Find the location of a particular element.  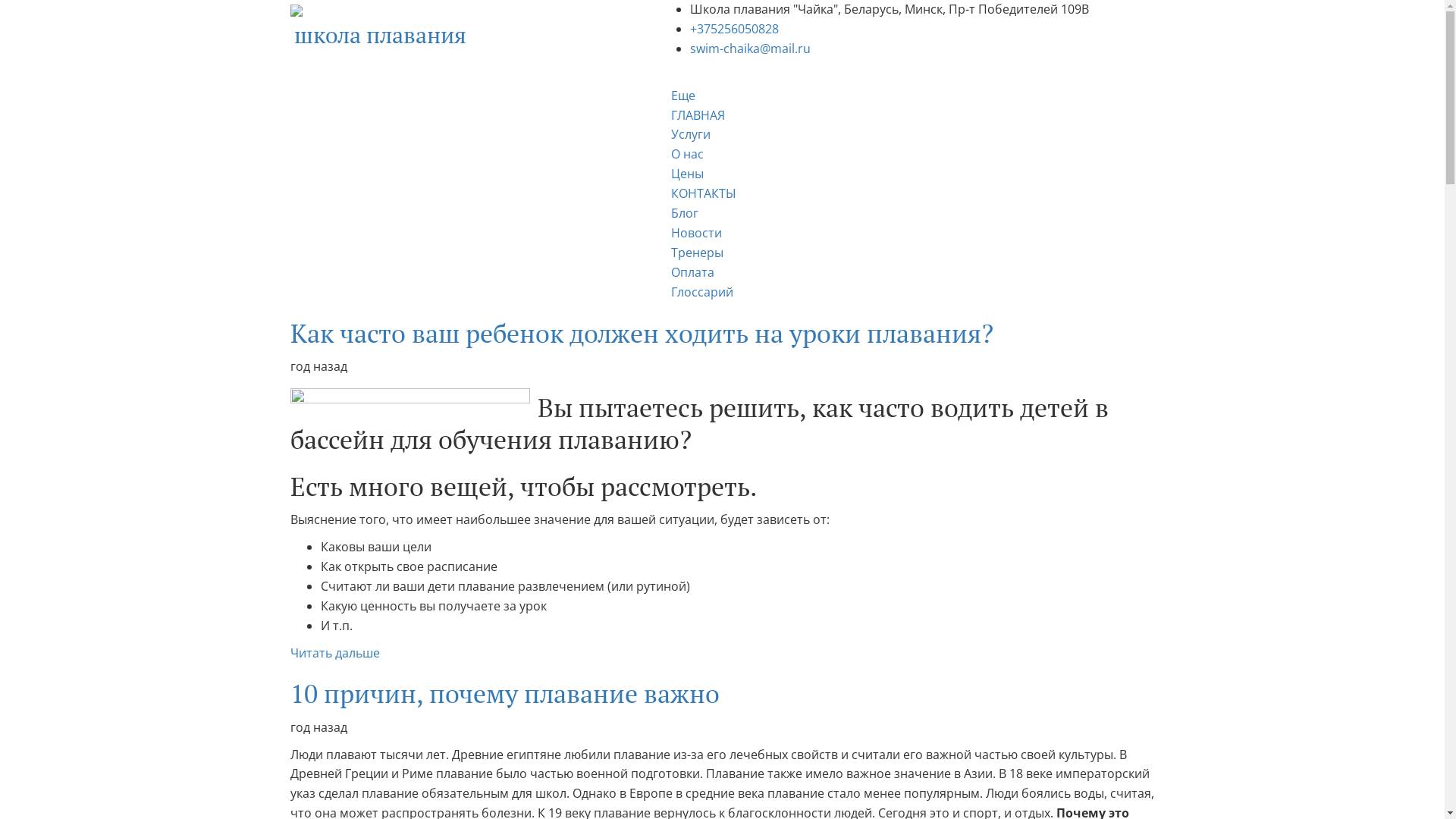

'swim-chaika@mail.ru' is located at coordinates (750, 48).